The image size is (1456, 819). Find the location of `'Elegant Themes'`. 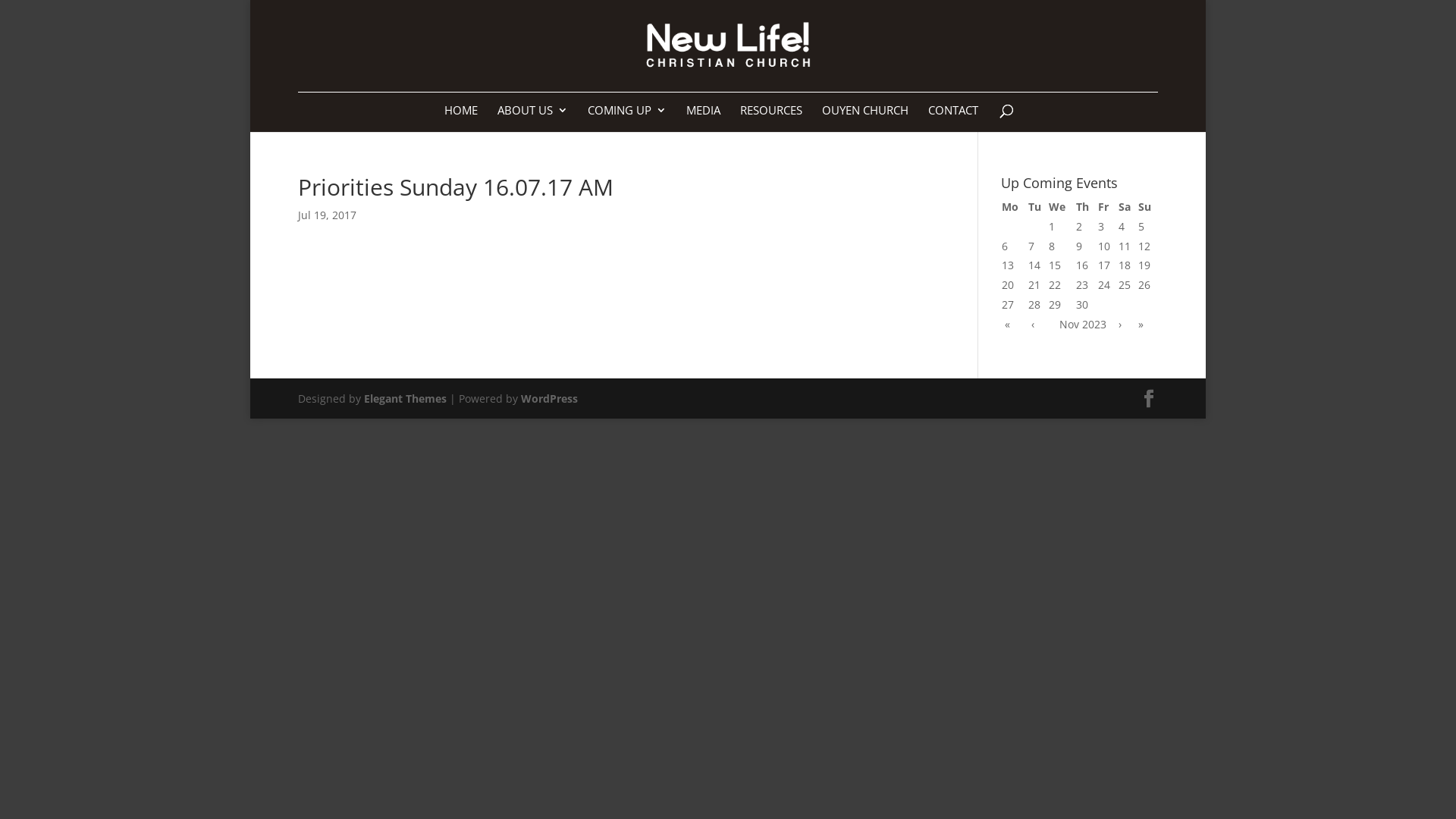

'Elegant Themes' is located at coordinates (405, 397).